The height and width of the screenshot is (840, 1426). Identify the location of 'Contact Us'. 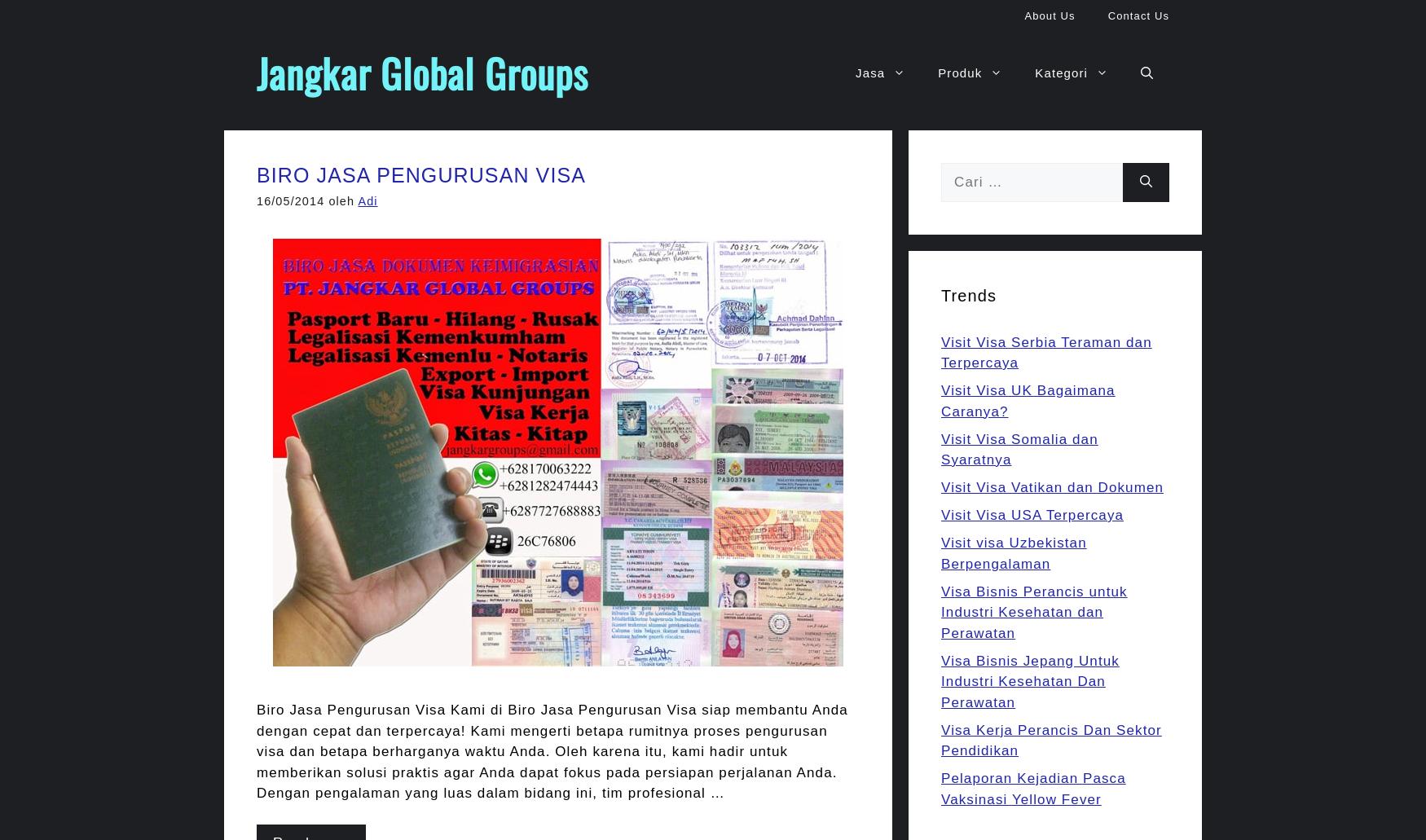
(1138, 15).